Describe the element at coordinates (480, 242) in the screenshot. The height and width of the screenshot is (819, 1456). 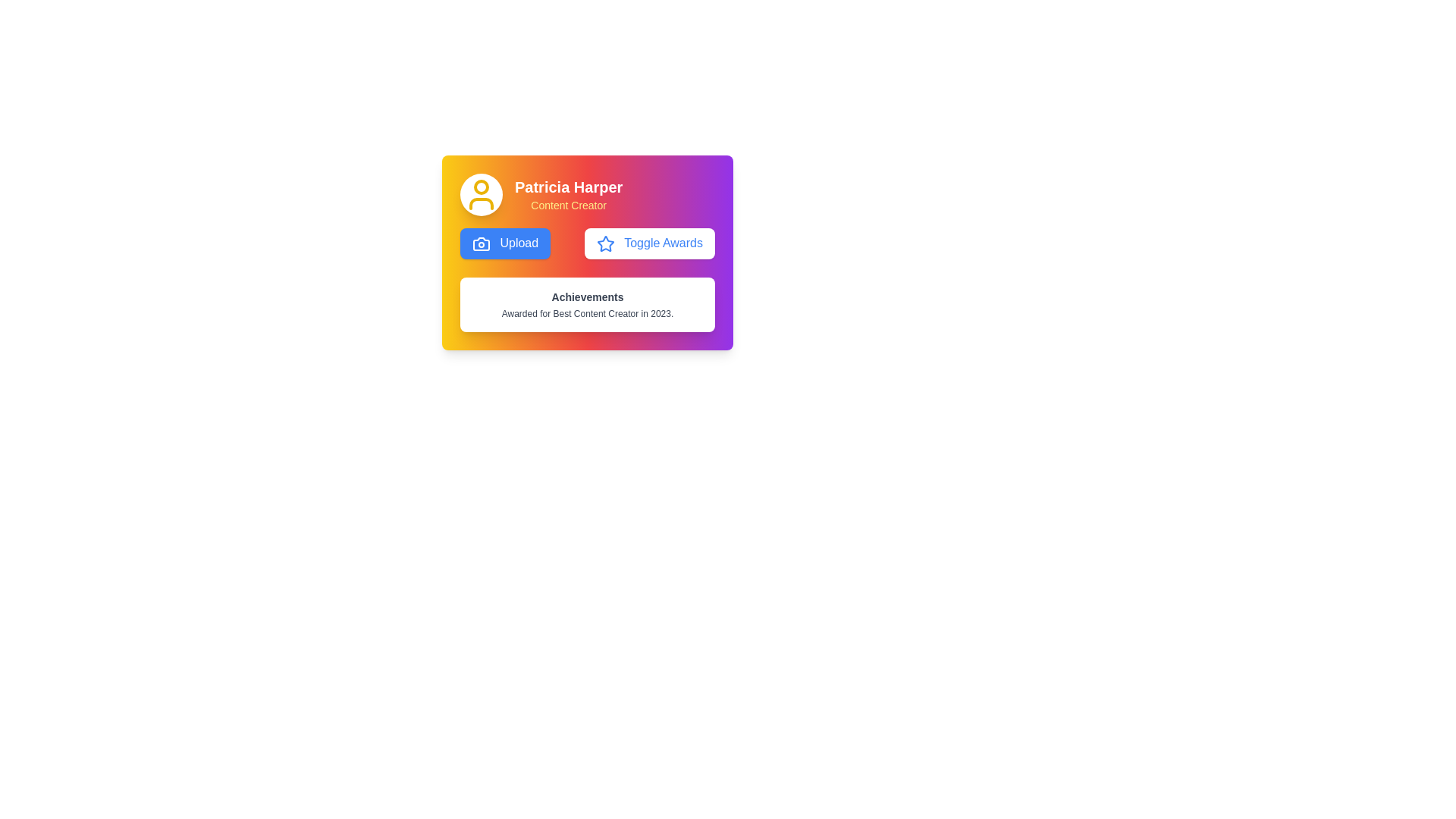
I see `the camera icon, which is the left component inside the 'Upload' button, located to the left of the 'Toggle Awards' button` at that location.